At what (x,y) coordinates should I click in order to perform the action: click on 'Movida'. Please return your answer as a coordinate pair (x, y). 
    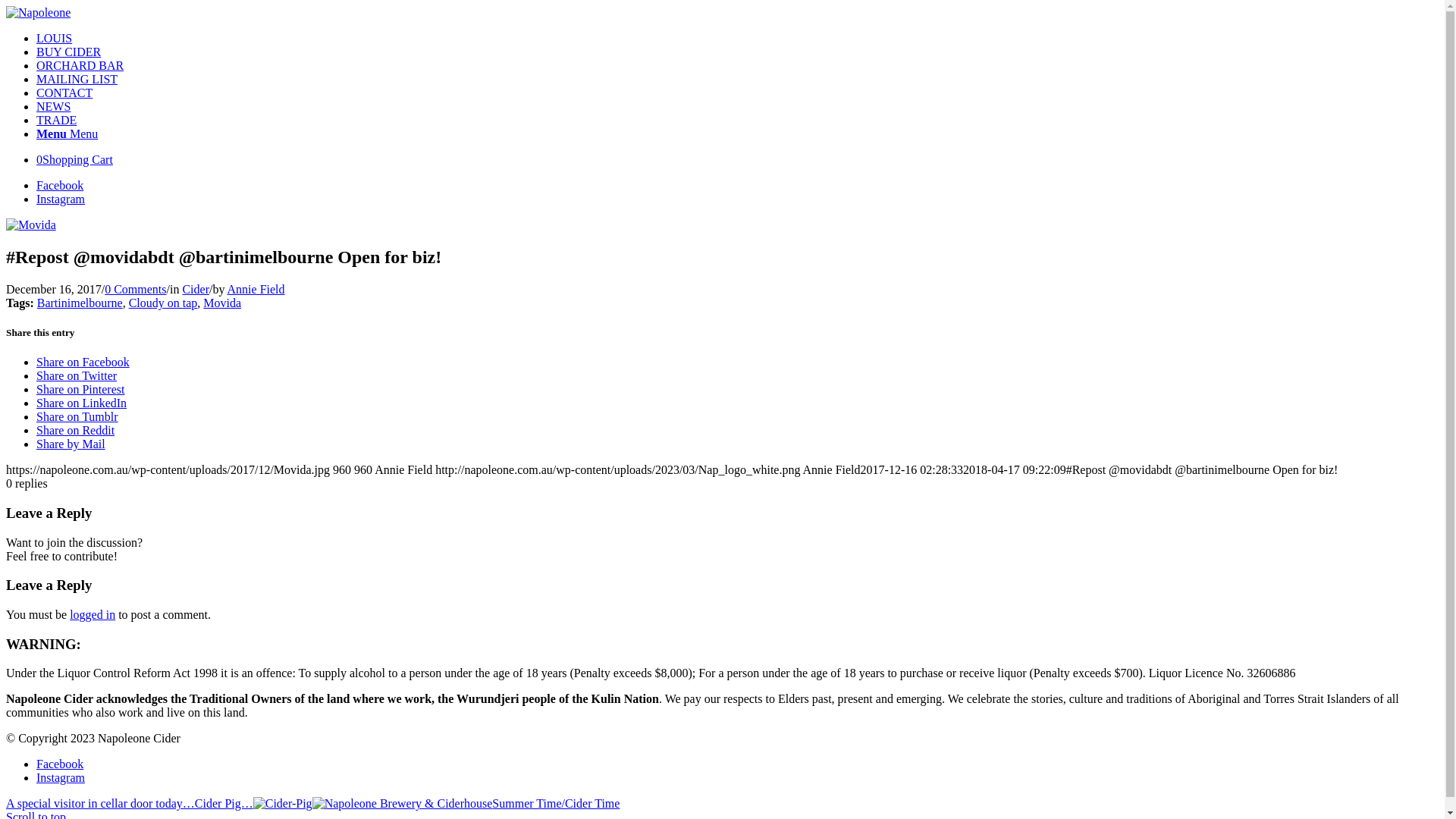
    Looking at the image, I should click on (202, 303).